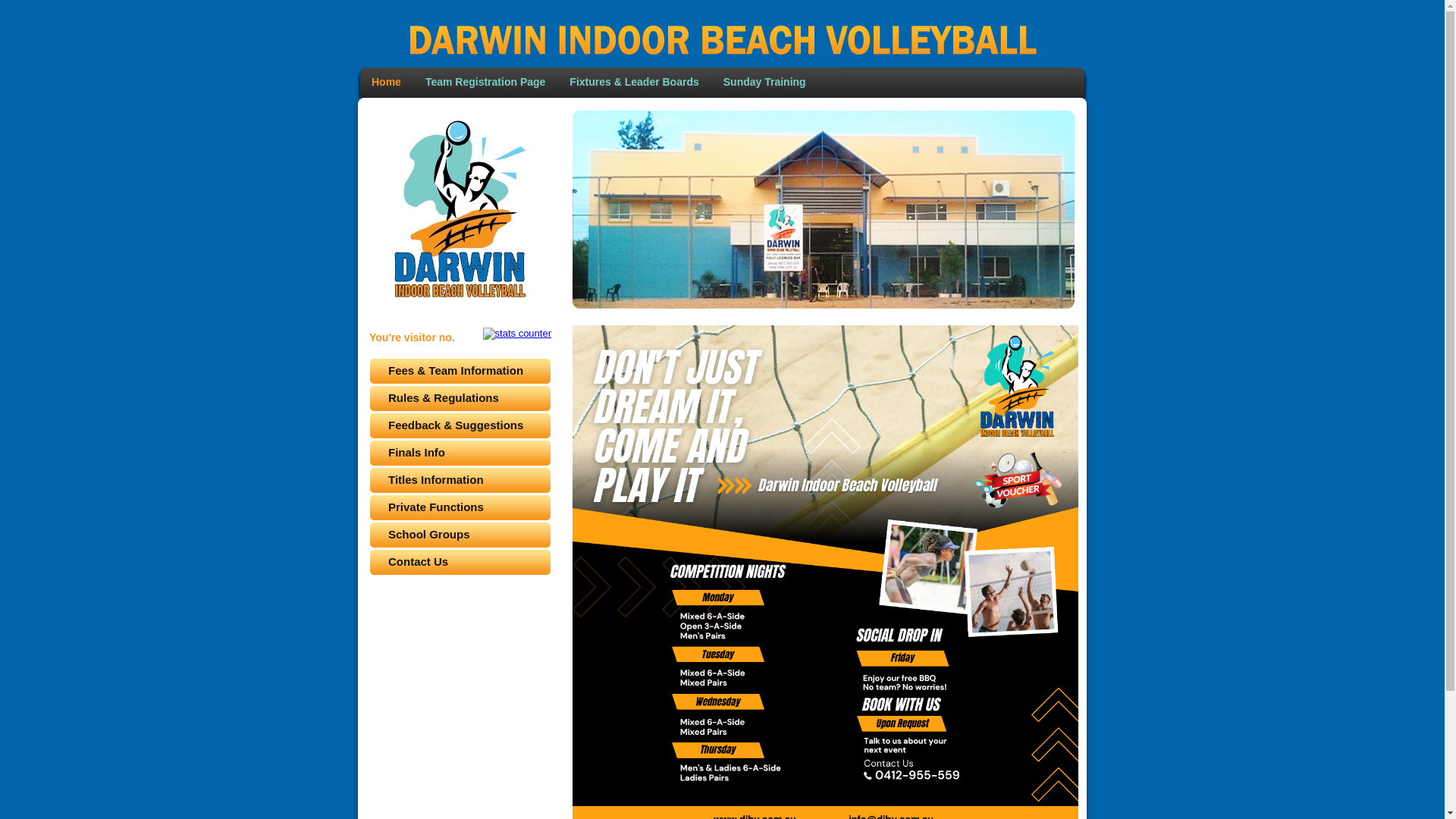 The height and width of the screenshot is (819, 1456). I want to click on 'Home', so click(386, 82).